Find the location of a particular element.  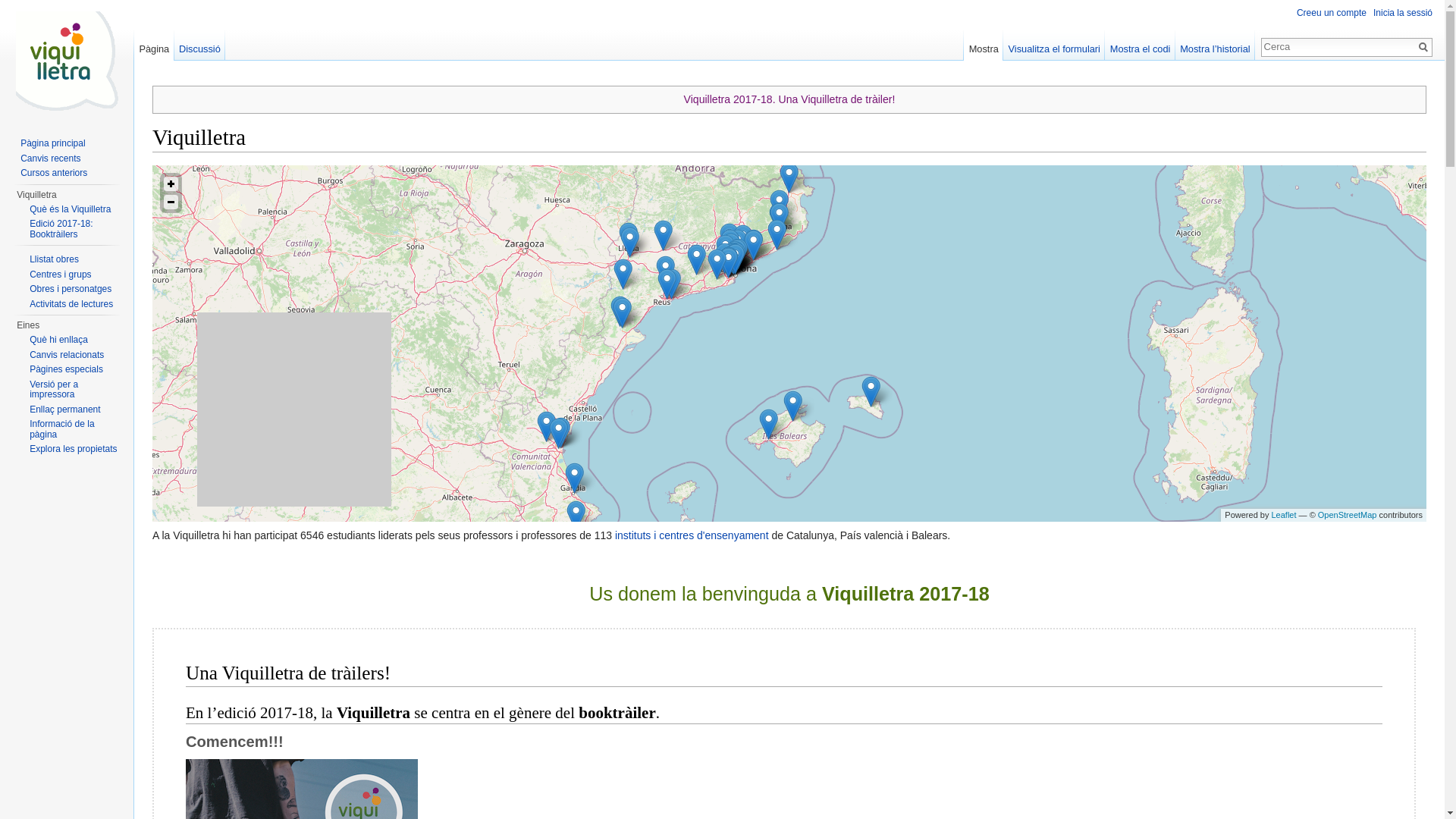

'Zoom in' is located at coordinates (171, 183).